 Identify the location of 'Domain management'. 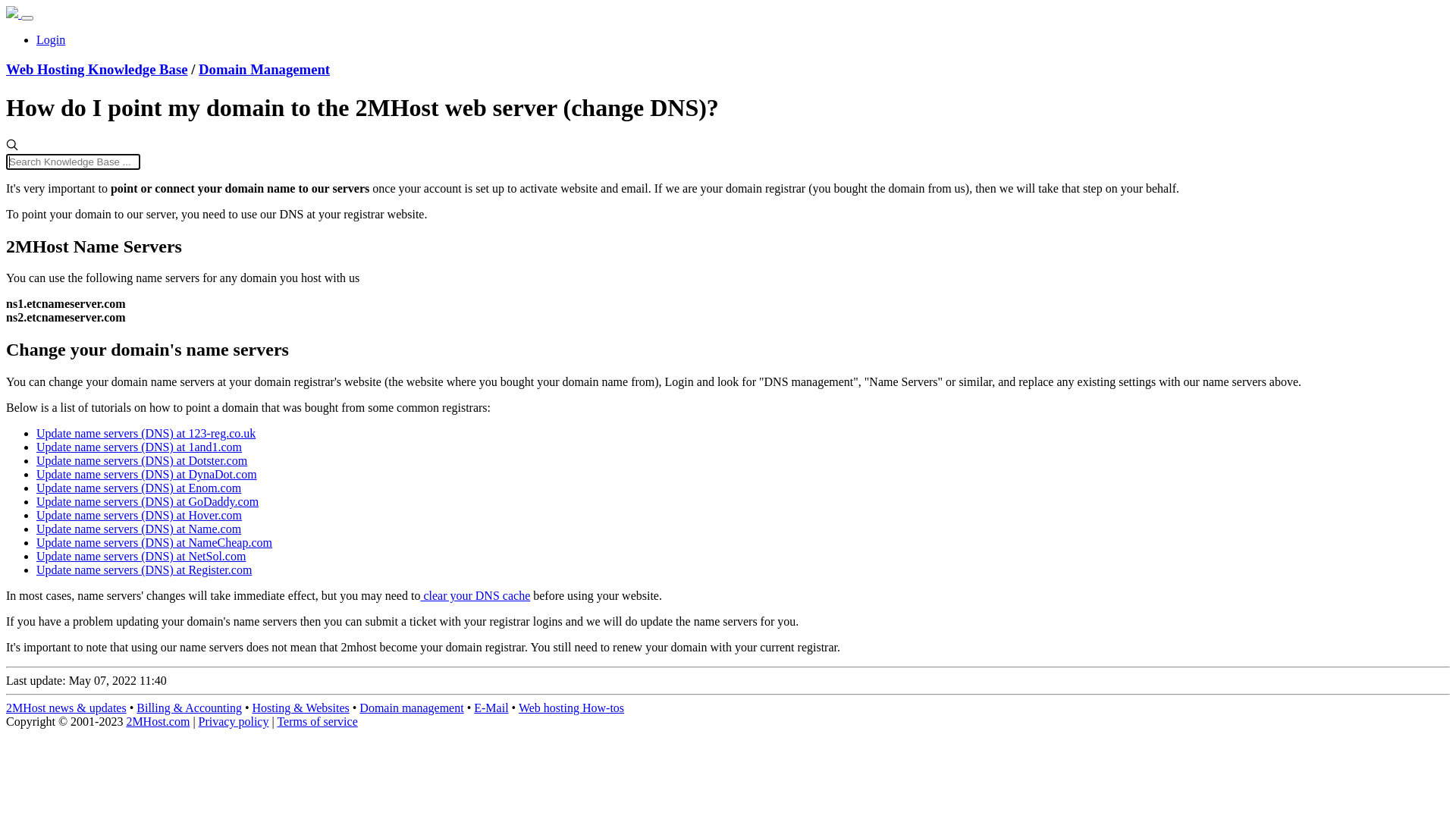
(411, 708).